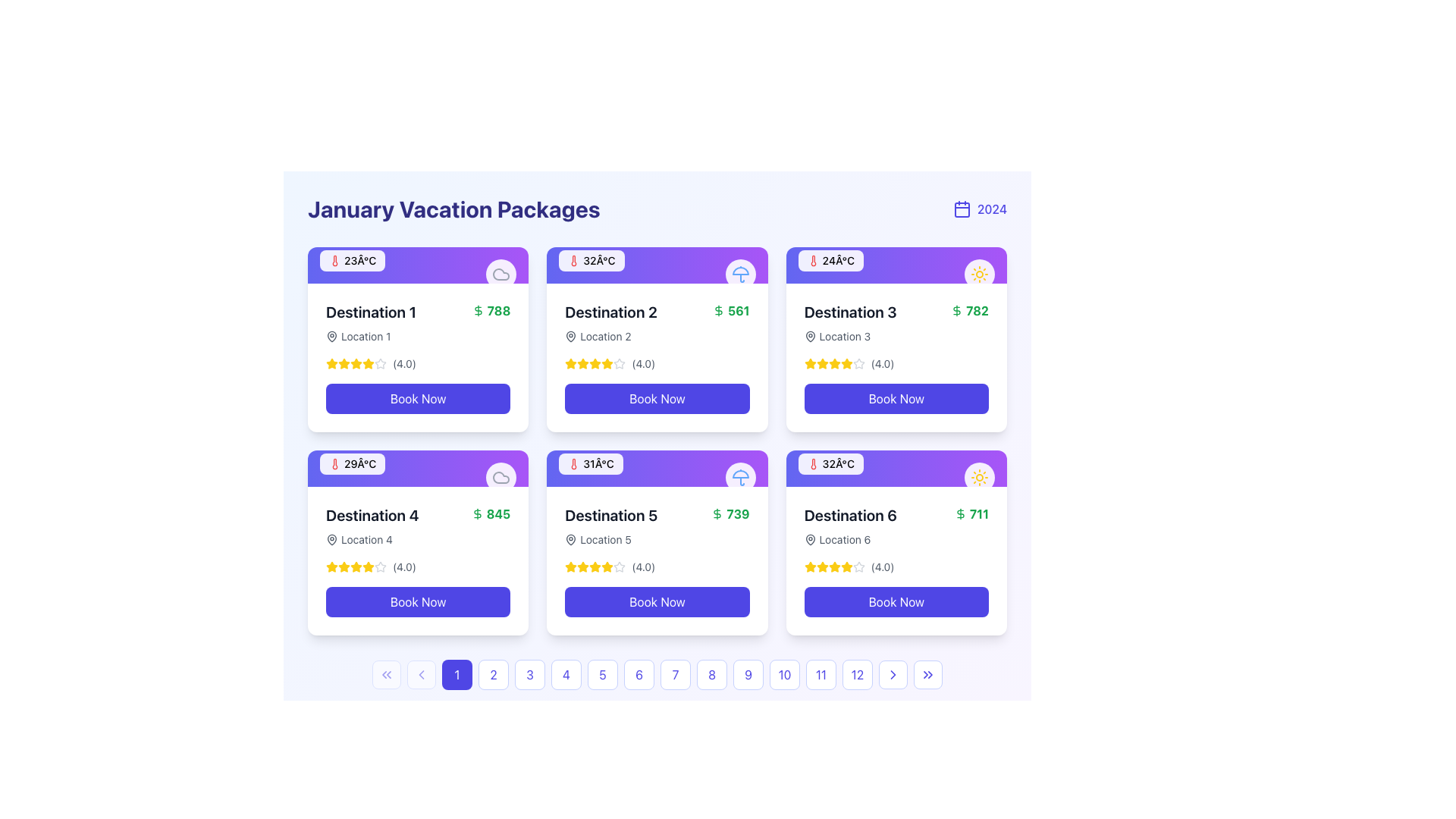 This screenshot has width=1456, height=819. Describe the element at coordinates (858, 363) in the screenshot. I see `the fifth star icon in the five-star rating system located under the text 'Destination 3' in the top-right card of a six-card grid layout` at that location.